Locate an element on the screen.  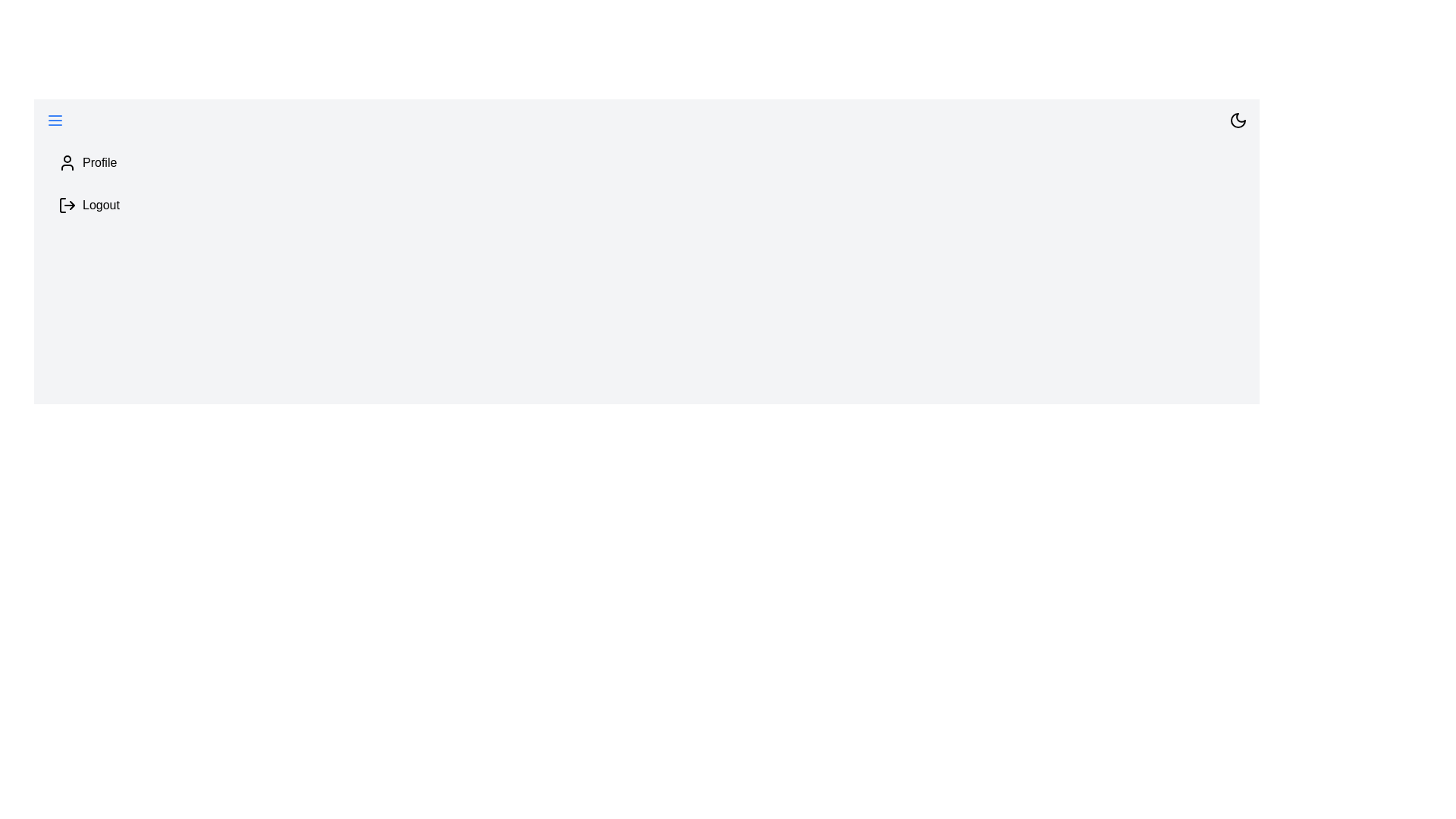
the graphical logout icon is located at coordinates (67, 205).